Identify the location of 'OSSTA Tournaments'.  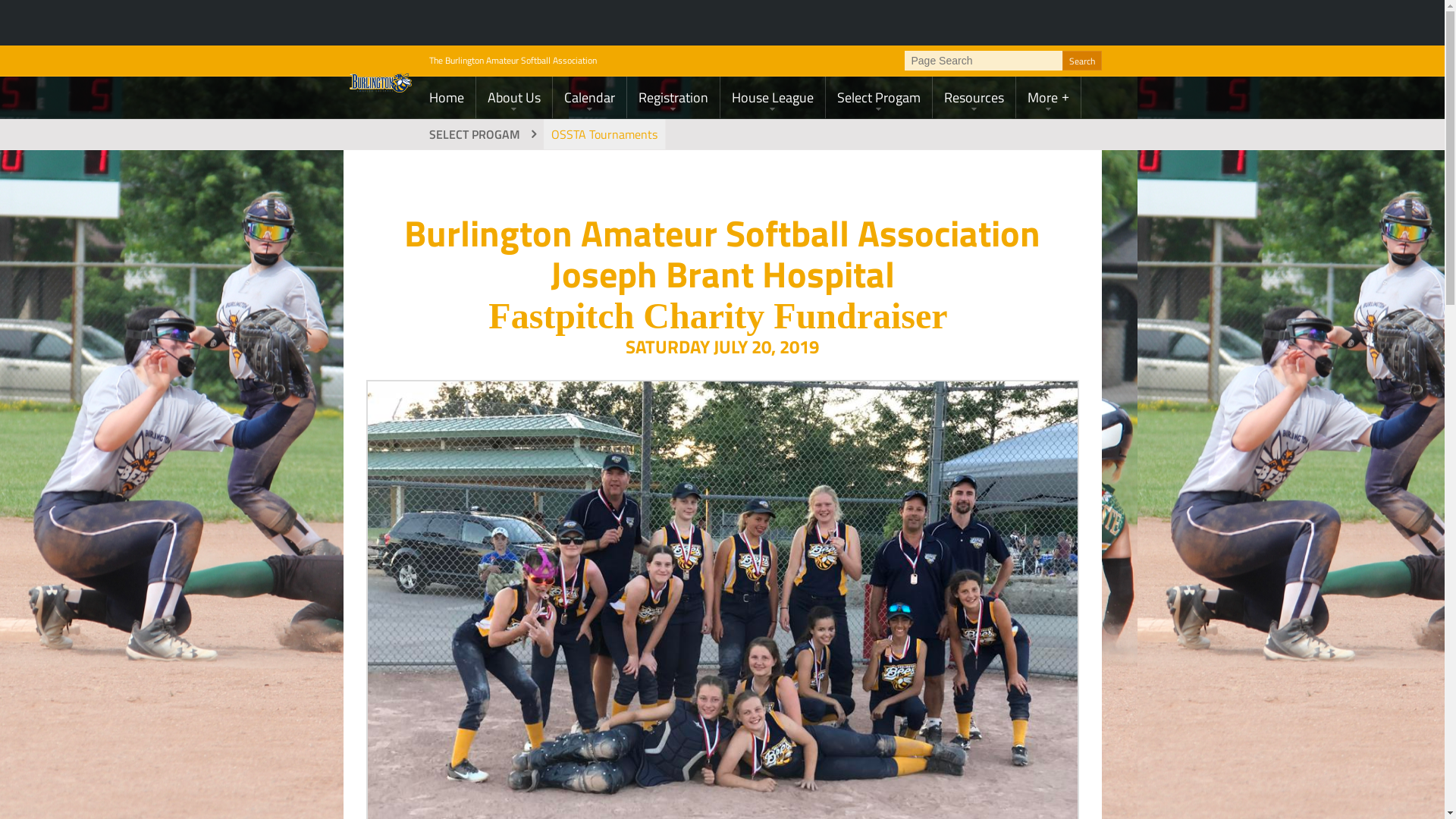
(543, 133).